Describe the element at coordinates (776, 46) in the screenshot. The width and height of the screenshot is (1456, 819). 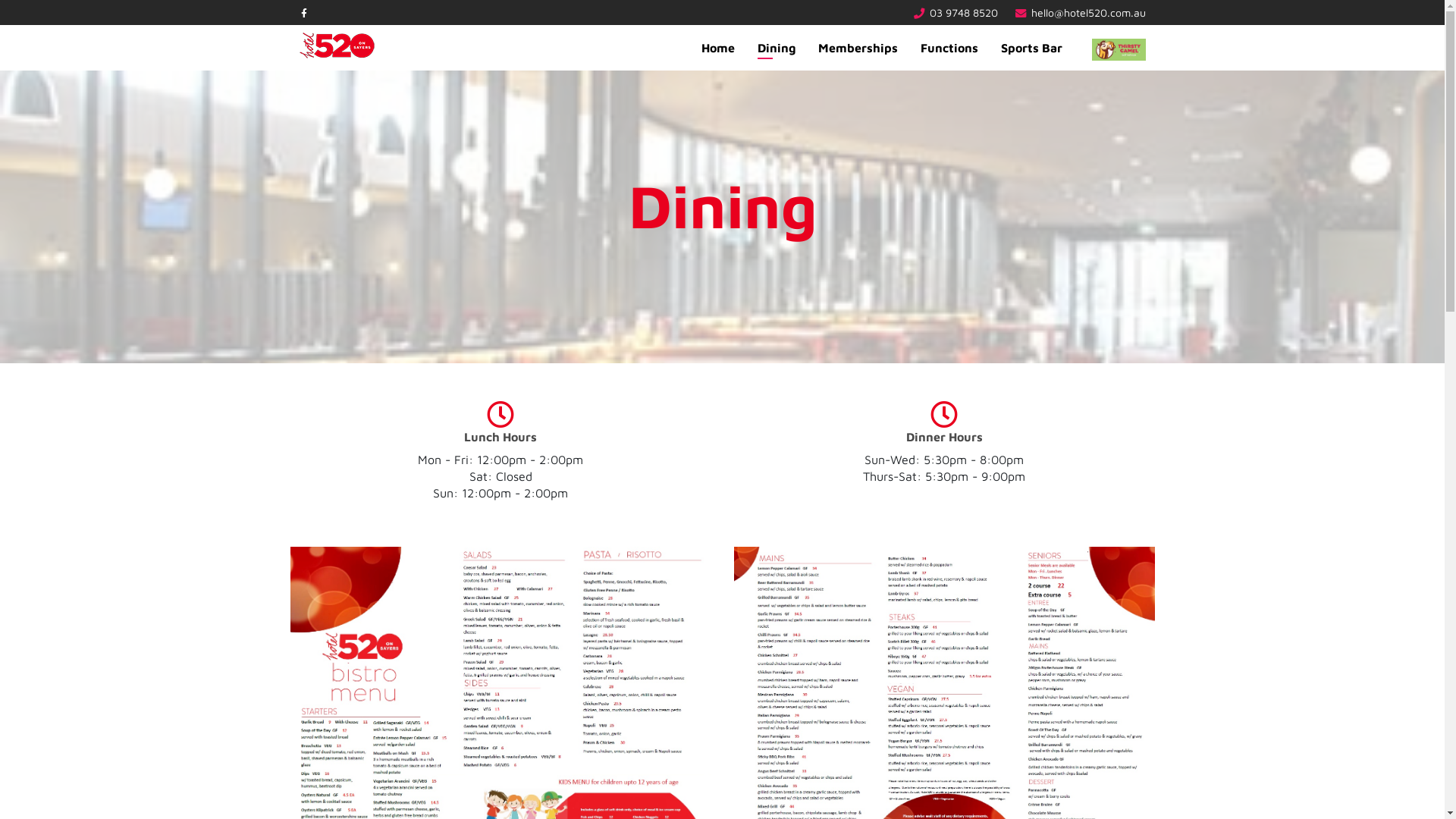
I see `'Dining'` at that location.